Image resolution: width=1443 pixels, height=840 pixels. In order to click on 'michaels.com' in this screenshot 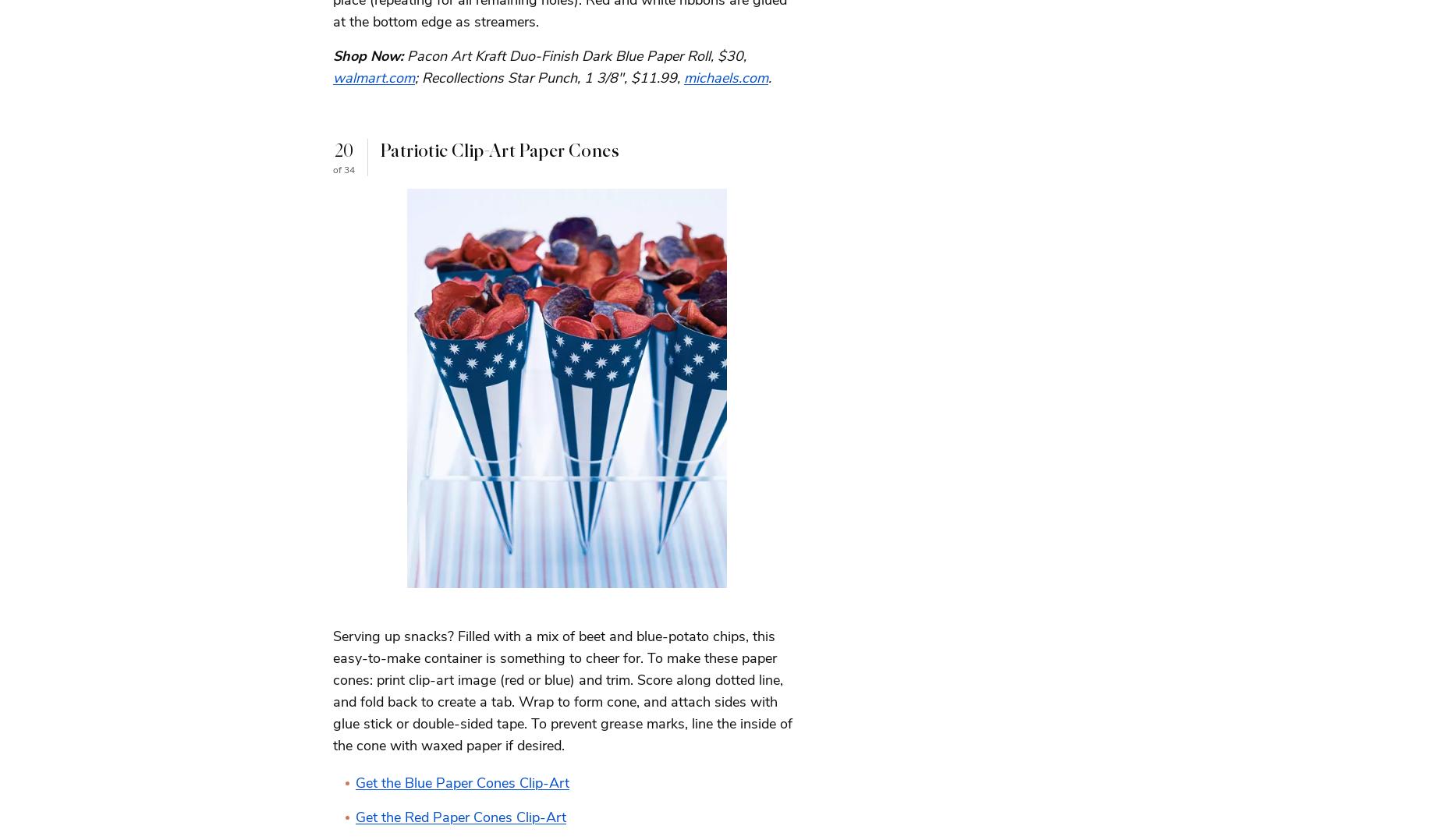, I will do `click(684, 76)`.